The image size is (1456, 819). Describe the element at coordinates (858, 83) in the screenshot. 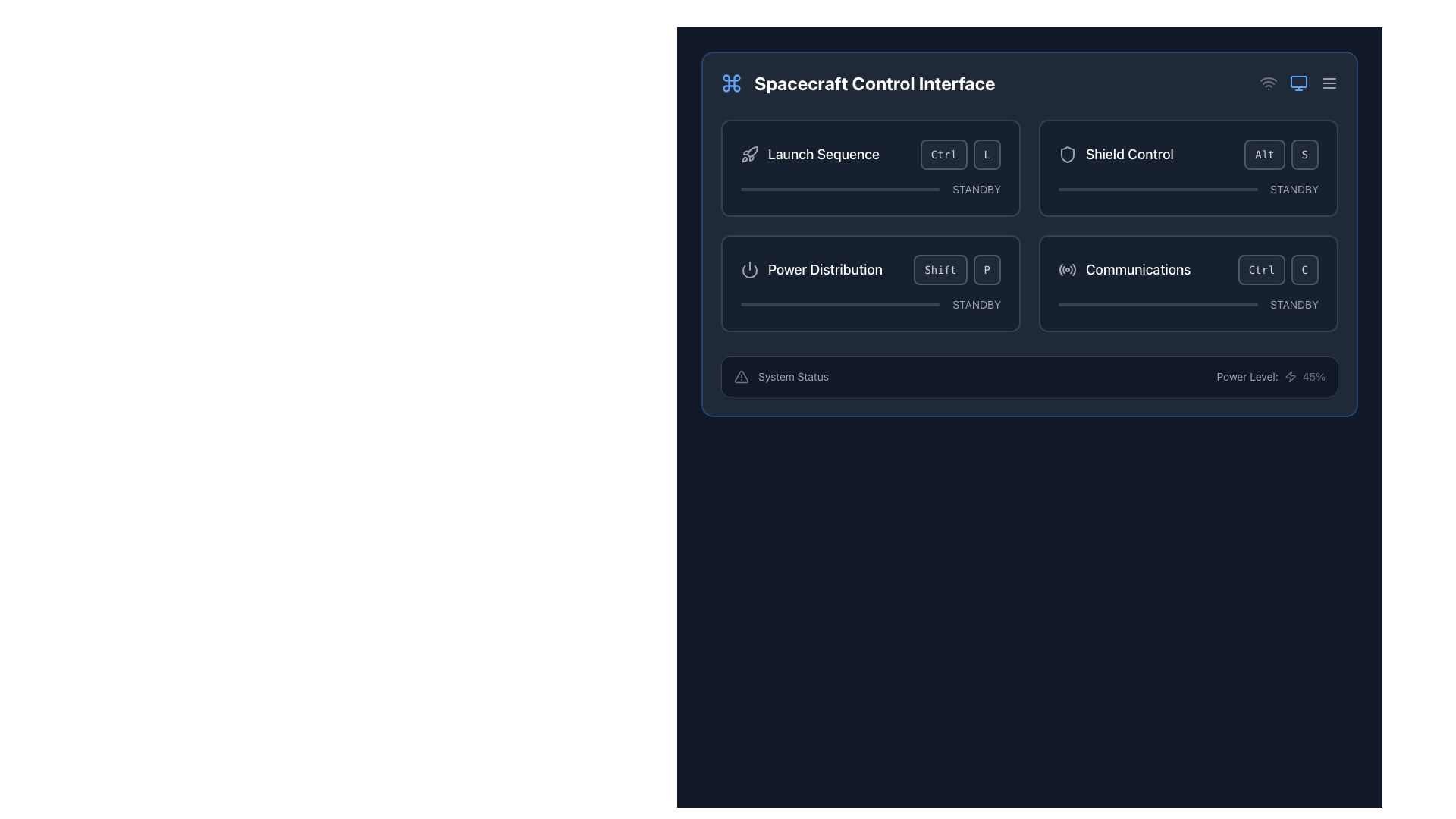

I see `title text of the spacecraft control dashboard located at the top left corner of the interface panel, adjacent to several icons including WiFi and monitor symbols` at that location.